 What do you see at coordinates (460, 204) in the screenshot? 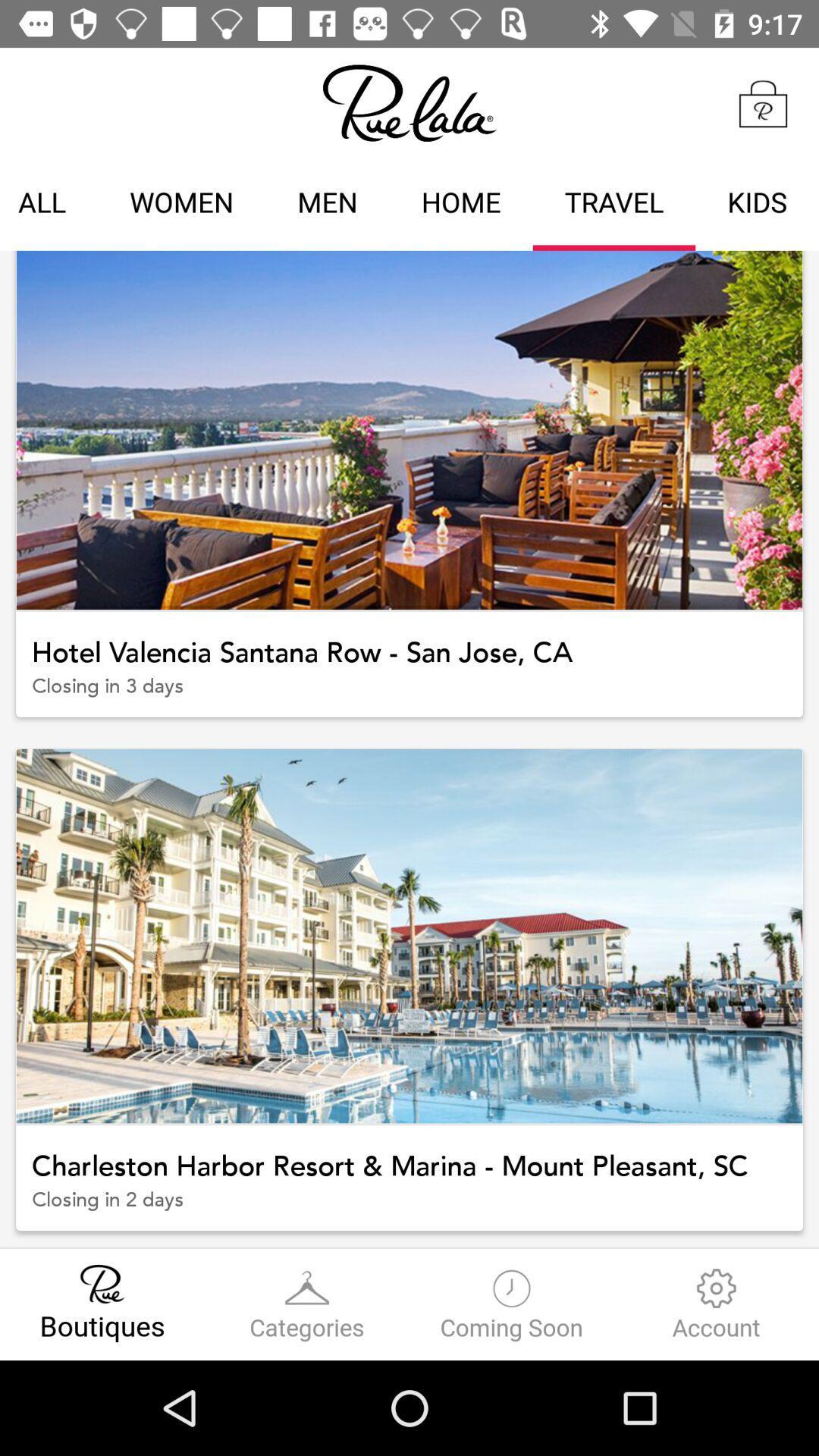
I see `home item` at bounding box center [460, 204].